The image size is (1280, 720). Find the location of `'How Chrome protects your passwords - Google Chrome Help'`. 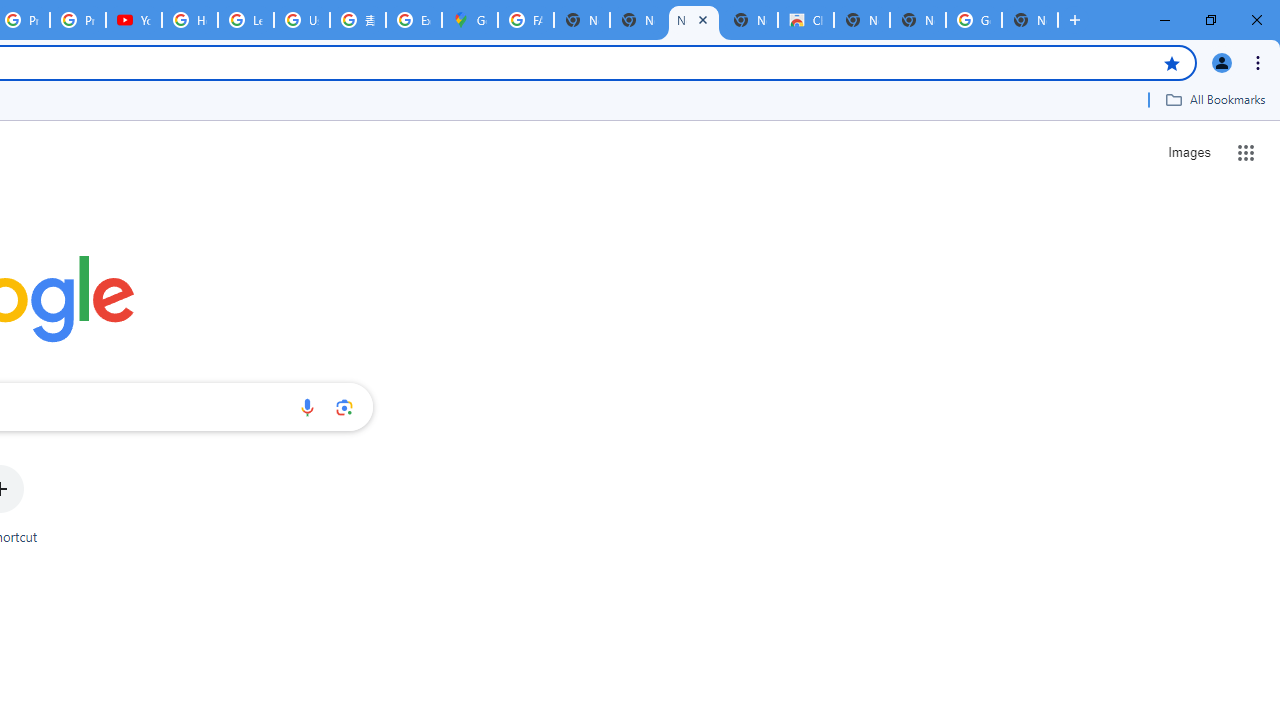

'How Chrome protects your passwords - Google Chrome Help' is located at coordinates (190, 20).